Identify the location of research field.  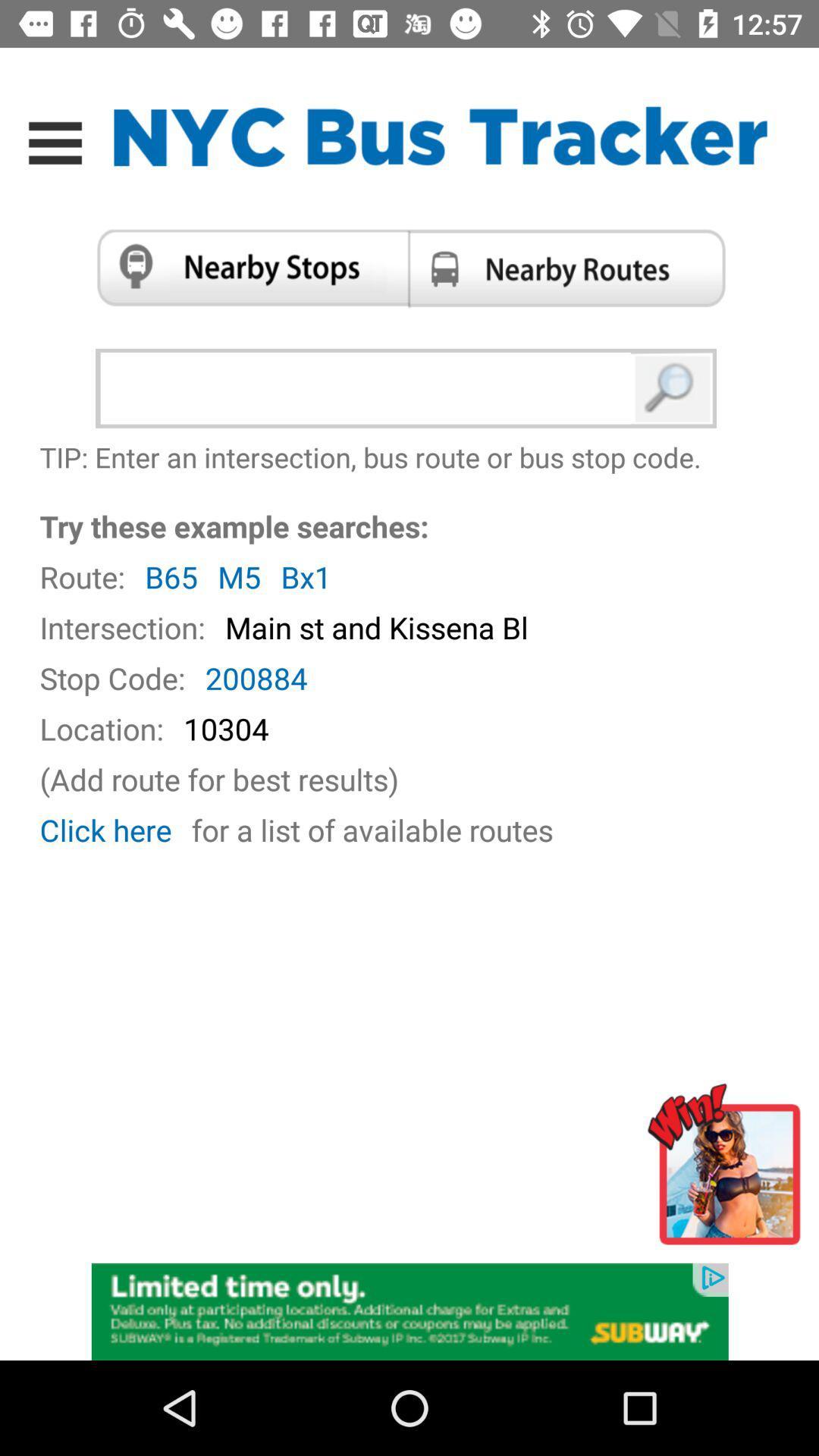
(369, 388).